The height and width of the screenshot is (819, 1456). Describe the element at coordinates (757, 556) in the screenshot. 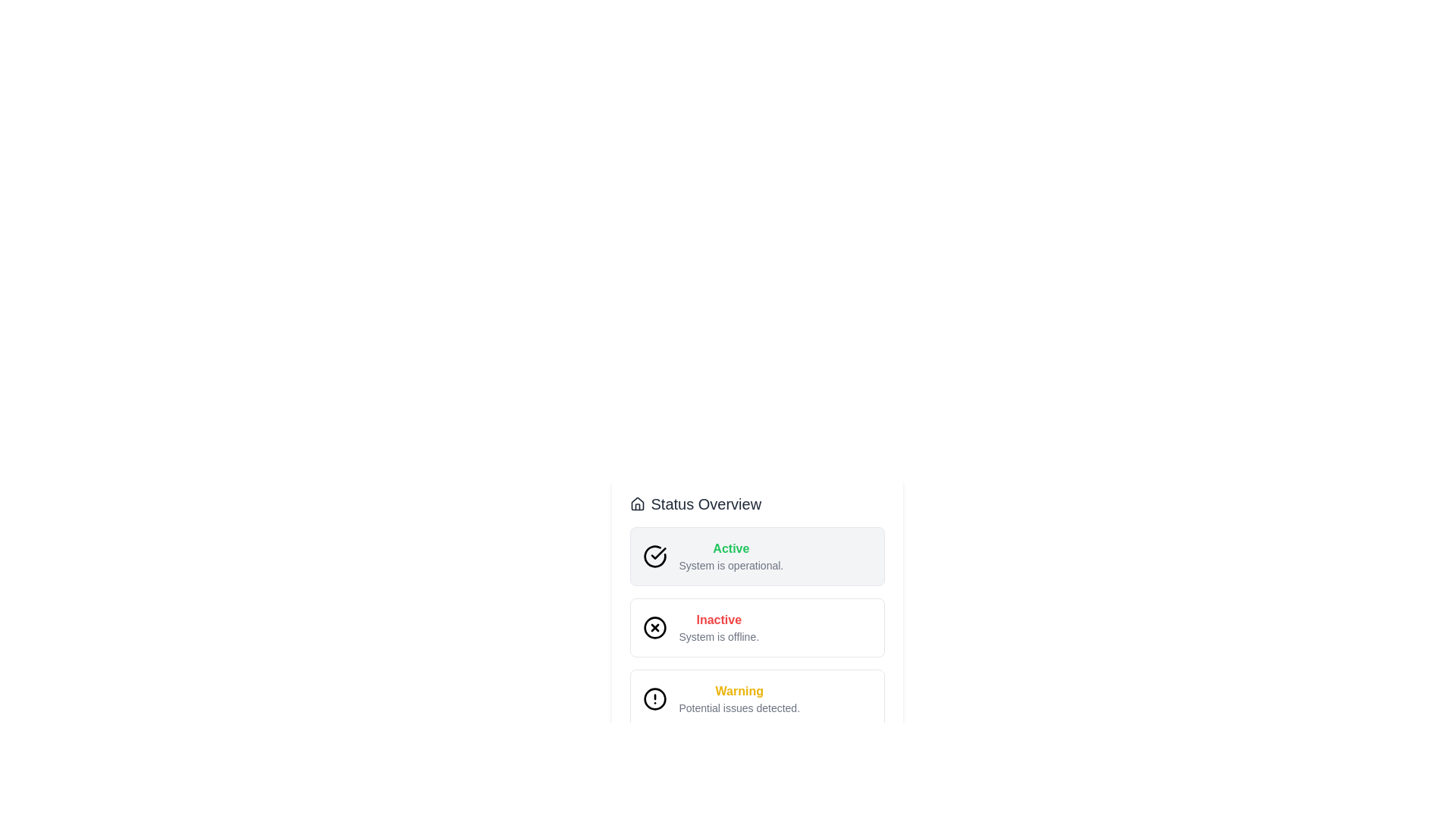

I see `the first Status Card in the vertical list, which features a check-circle icon and prominently displays the word 'Active' in green` at that location.